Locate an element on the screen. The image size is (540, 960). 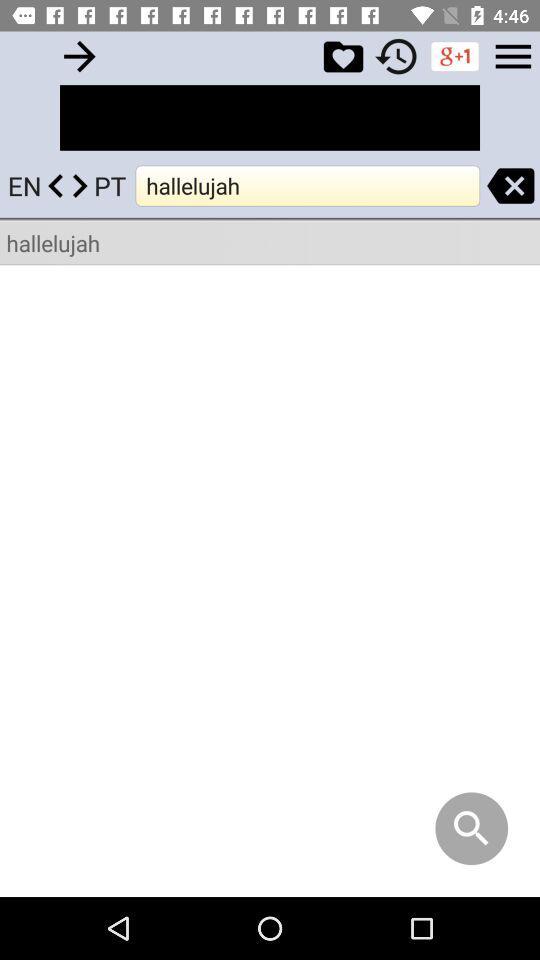
backspace is located at coordinates (510, 185).